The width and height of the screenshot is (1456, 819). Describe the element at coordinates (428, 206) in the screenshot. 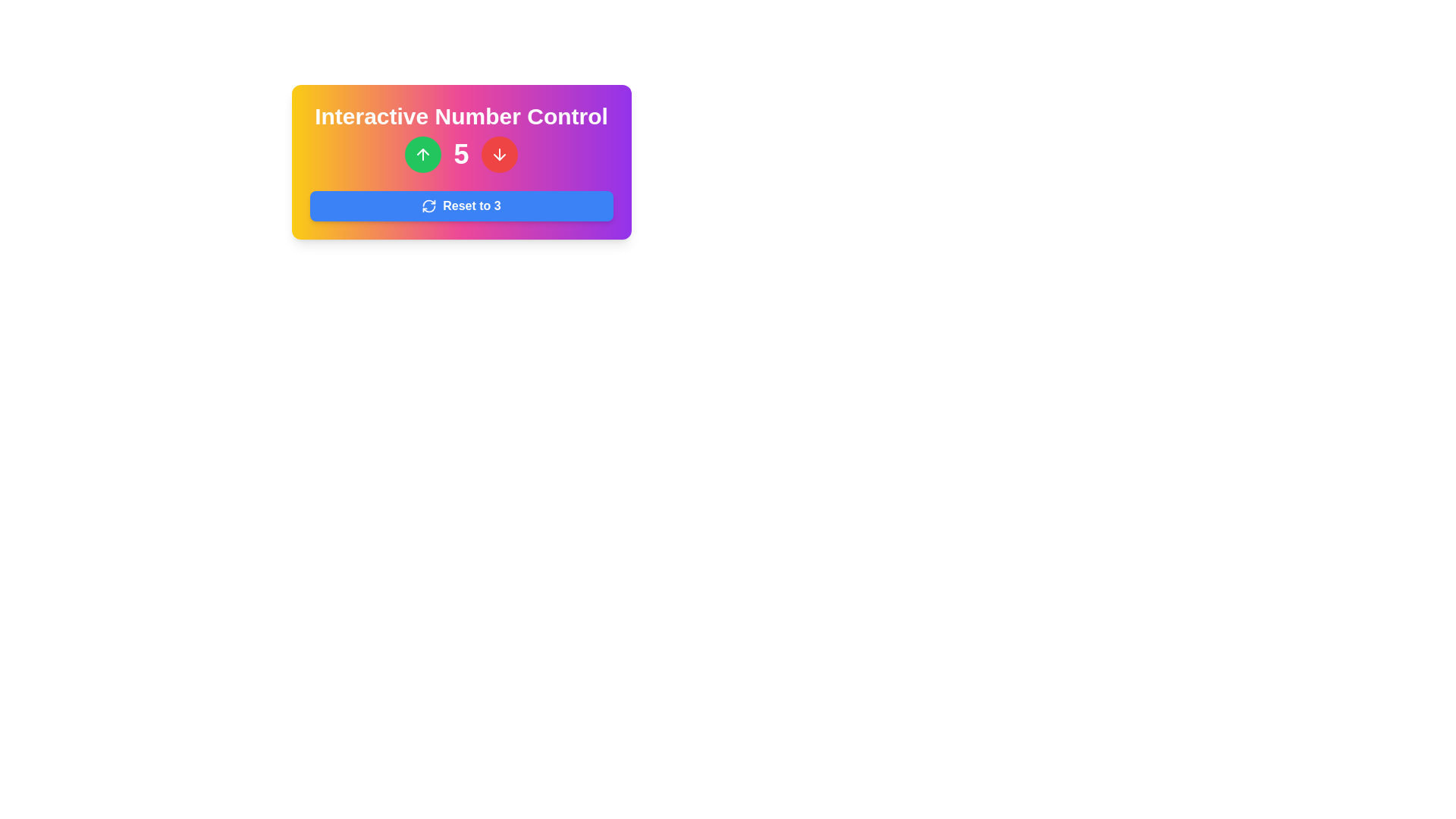

I see `the refresh icon within the blue 'Reset to 3' button` at that location.